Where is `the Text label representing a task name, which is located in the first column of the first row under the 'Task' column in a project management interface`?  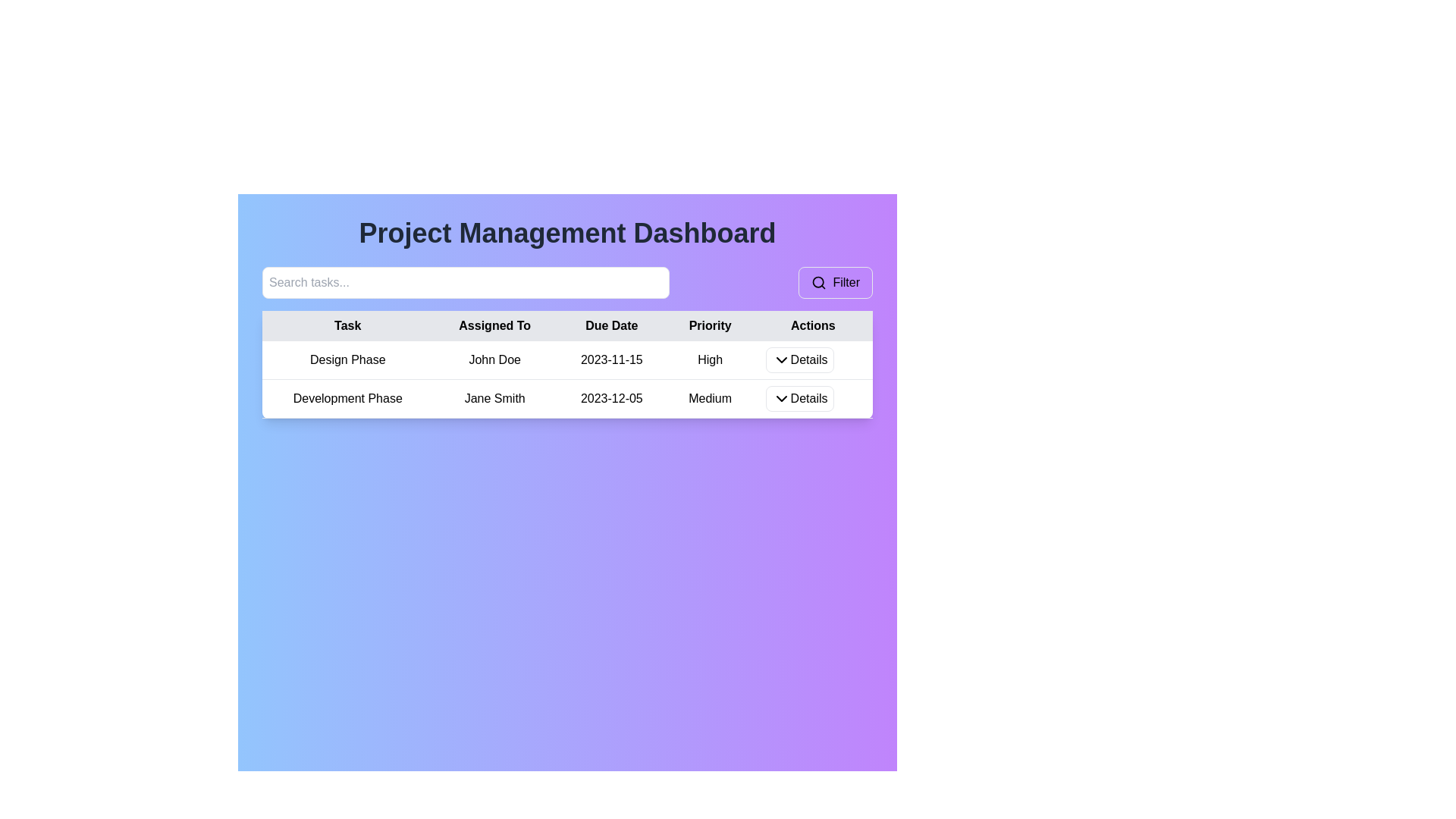
the Text label representing a task name, which is located in the first column of the first row under the 'Task' column in a project management interface is located at coordinates (347, 360).